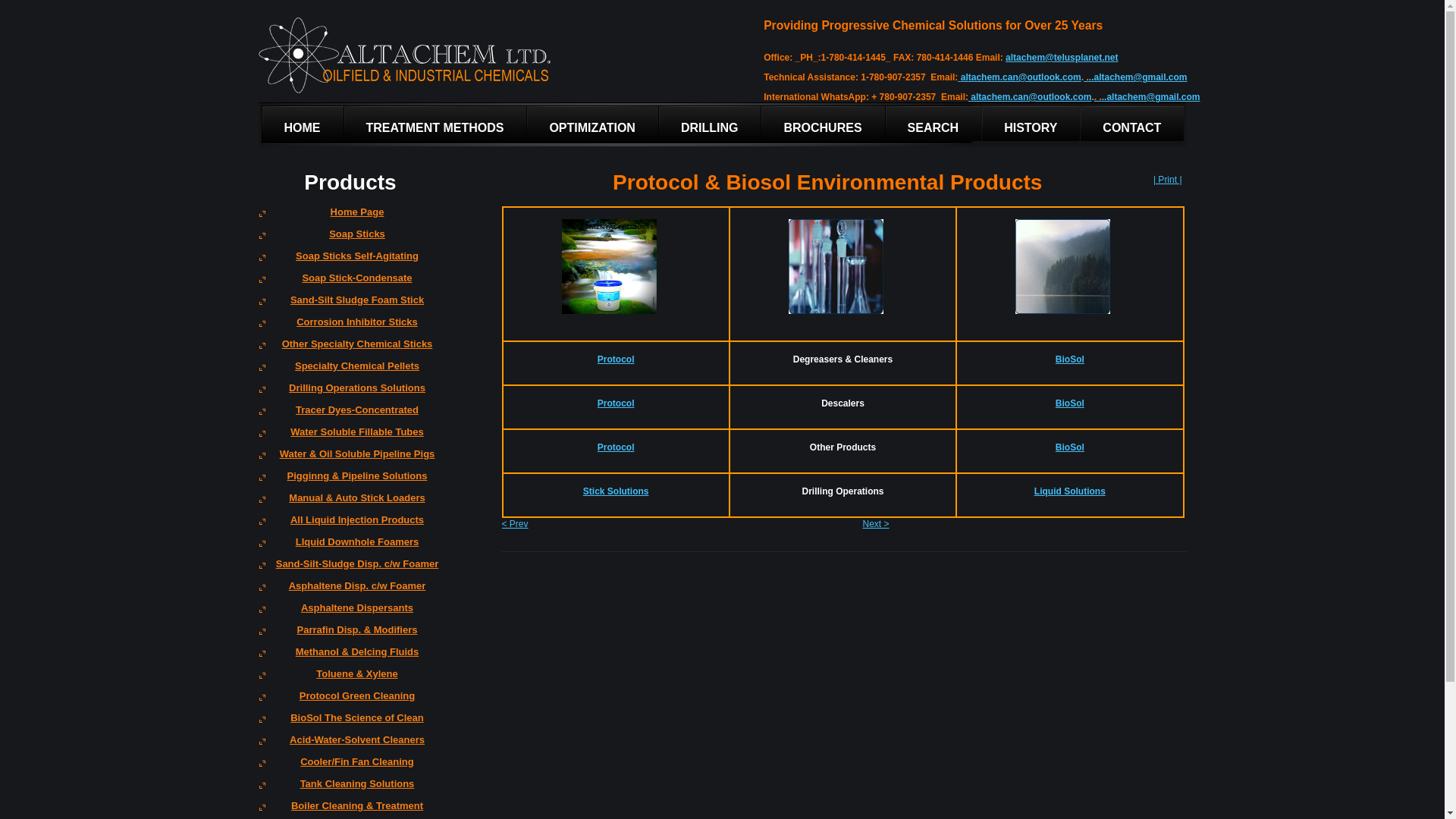 The height and width of the screenshot is (819, 1456). I want to click on 'Soap Stick-Condensate', so click(350, 283).